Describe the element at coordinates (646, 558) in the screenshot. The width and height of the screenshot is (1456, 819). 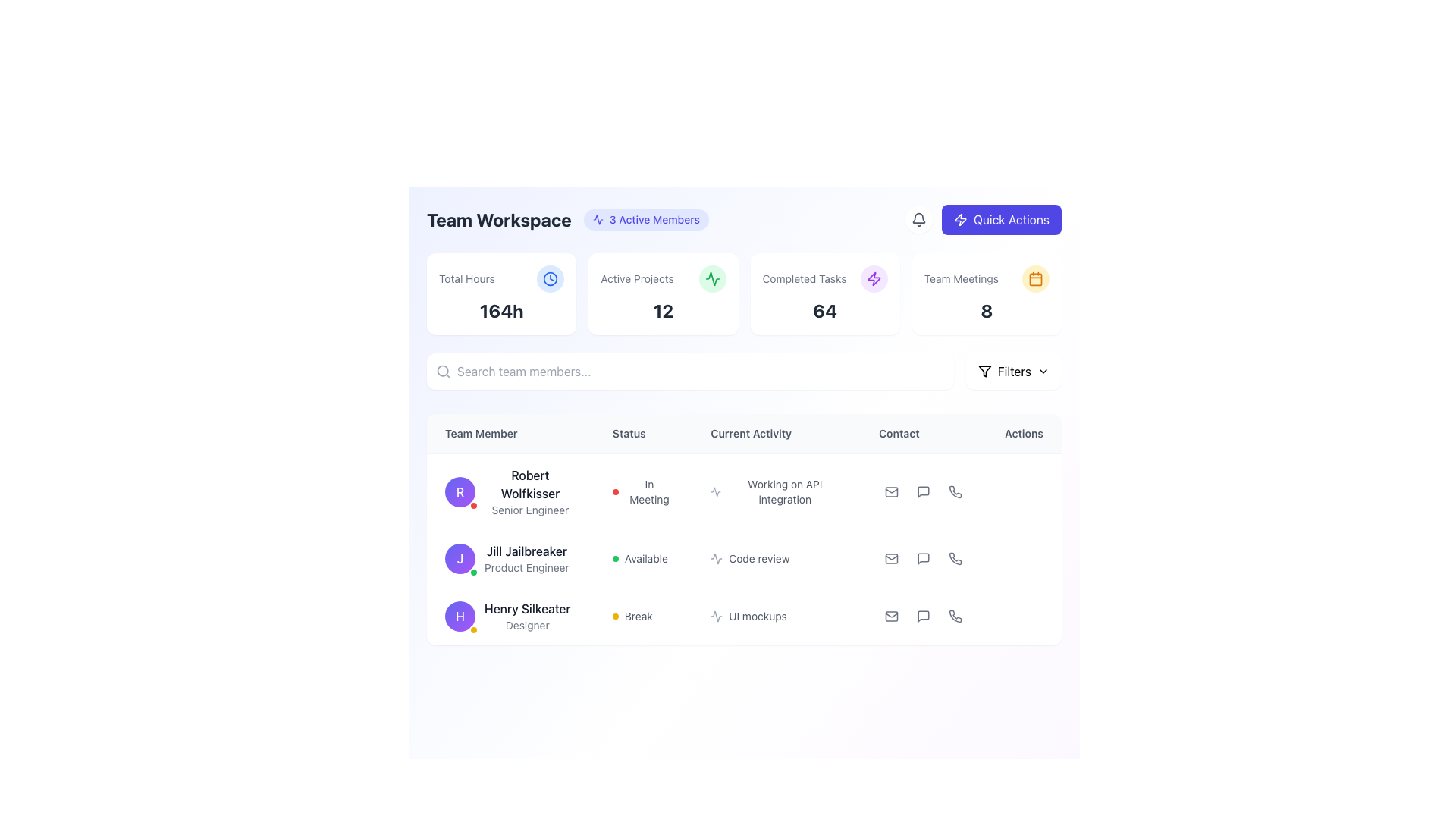
I see `the 'Available' text label in the 'Status' column for the user 'Jill Jailbreaker', which is styled in a small gray font and located next to a circular green indicator` at that location.